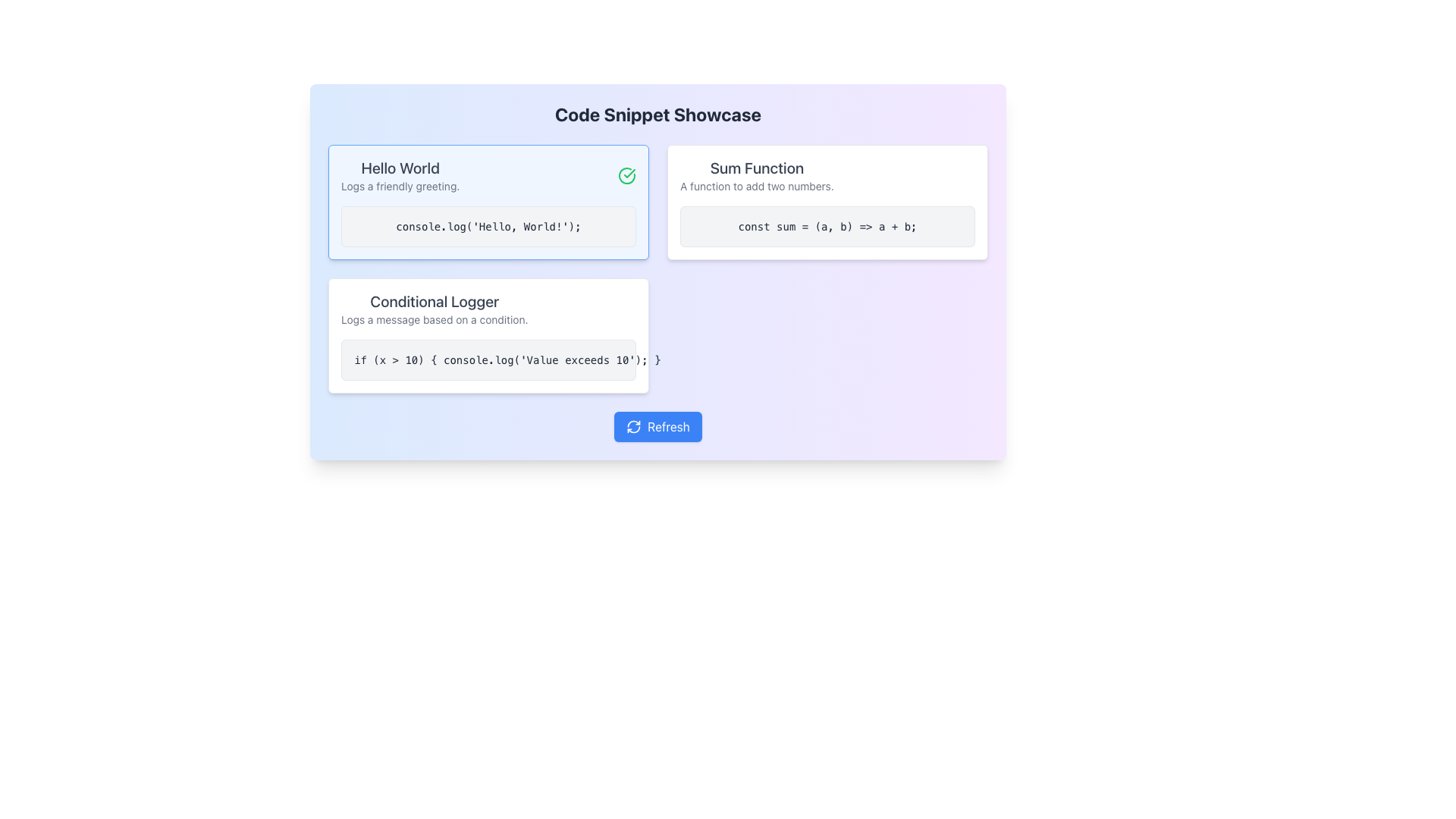 The width and height of the screenshot is (1456, 819). Describe the element at coordinates (629, 172) in the screenshot. I see `the green checkmark icon located in the top-right corner of the 'Hello World' header section` at that location.